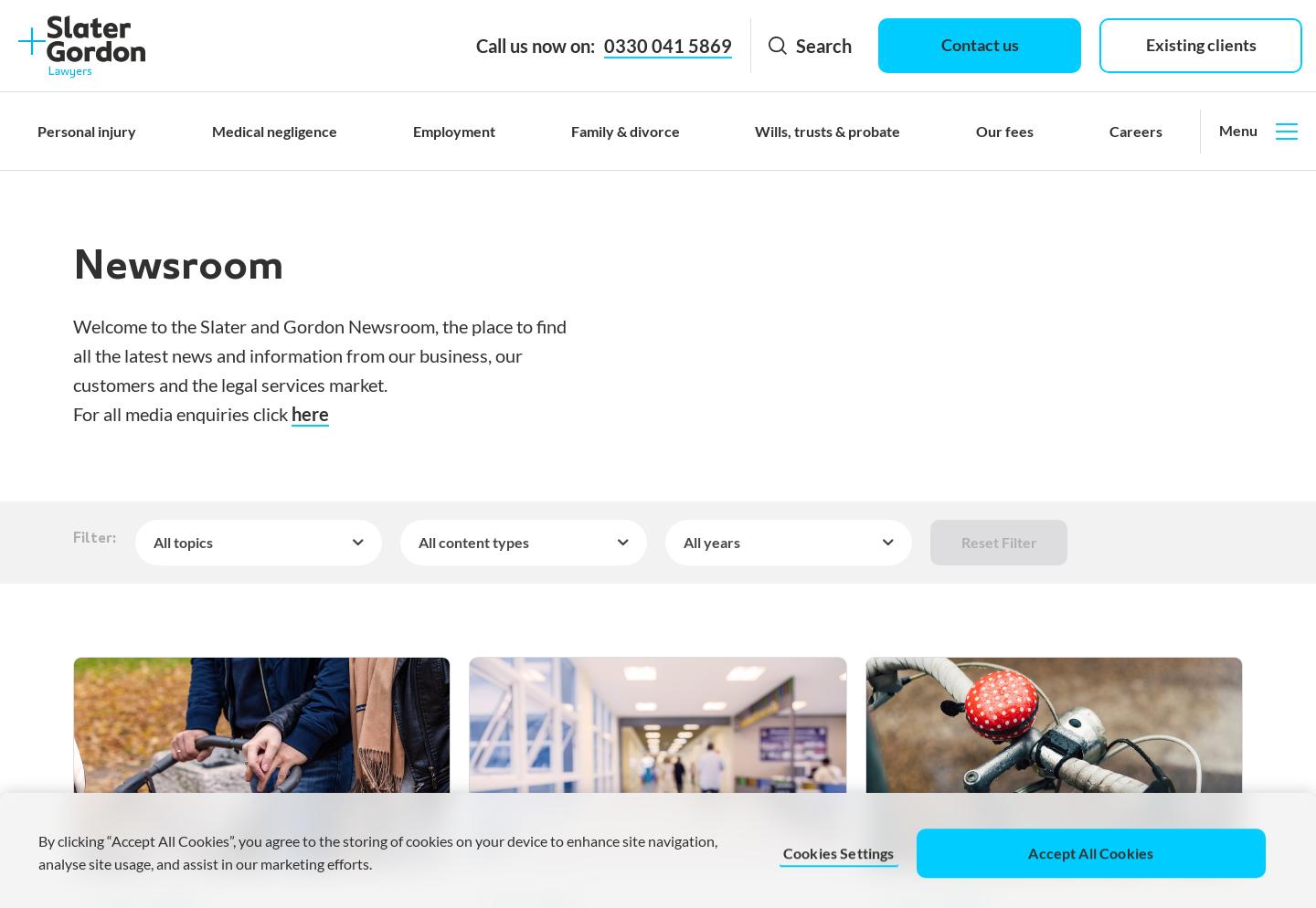 This screenshot has width=1316, height=908. I want to click on 'Welcome to the Slater and Gordon Newsroom, the place to find all the latest news and information from our business, our customers and the legal services market.', so click(320, 354).